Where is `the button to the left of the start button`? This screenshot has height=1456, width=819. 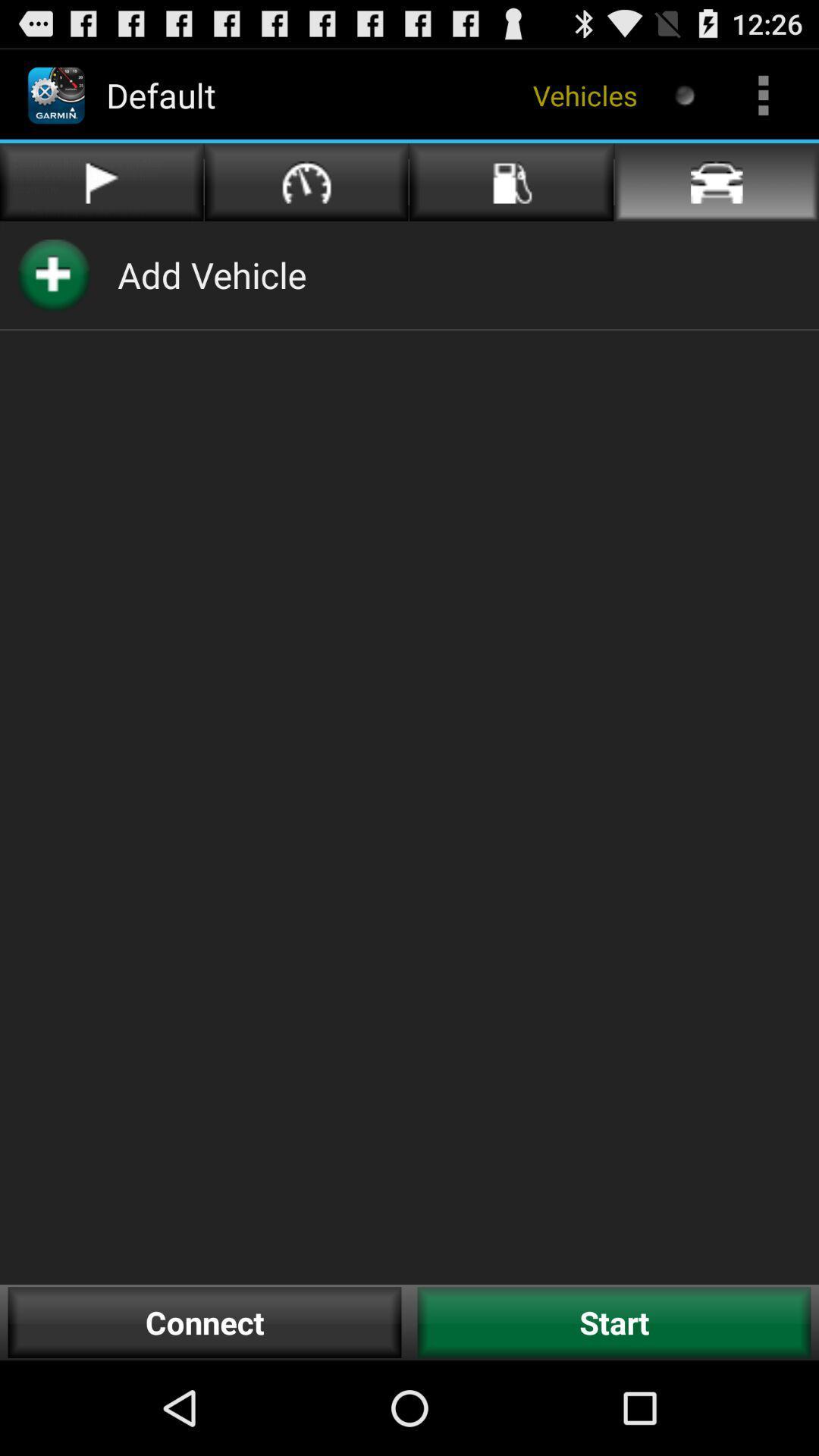
the button to the left of the start button is located at coordinates (205, 1322).